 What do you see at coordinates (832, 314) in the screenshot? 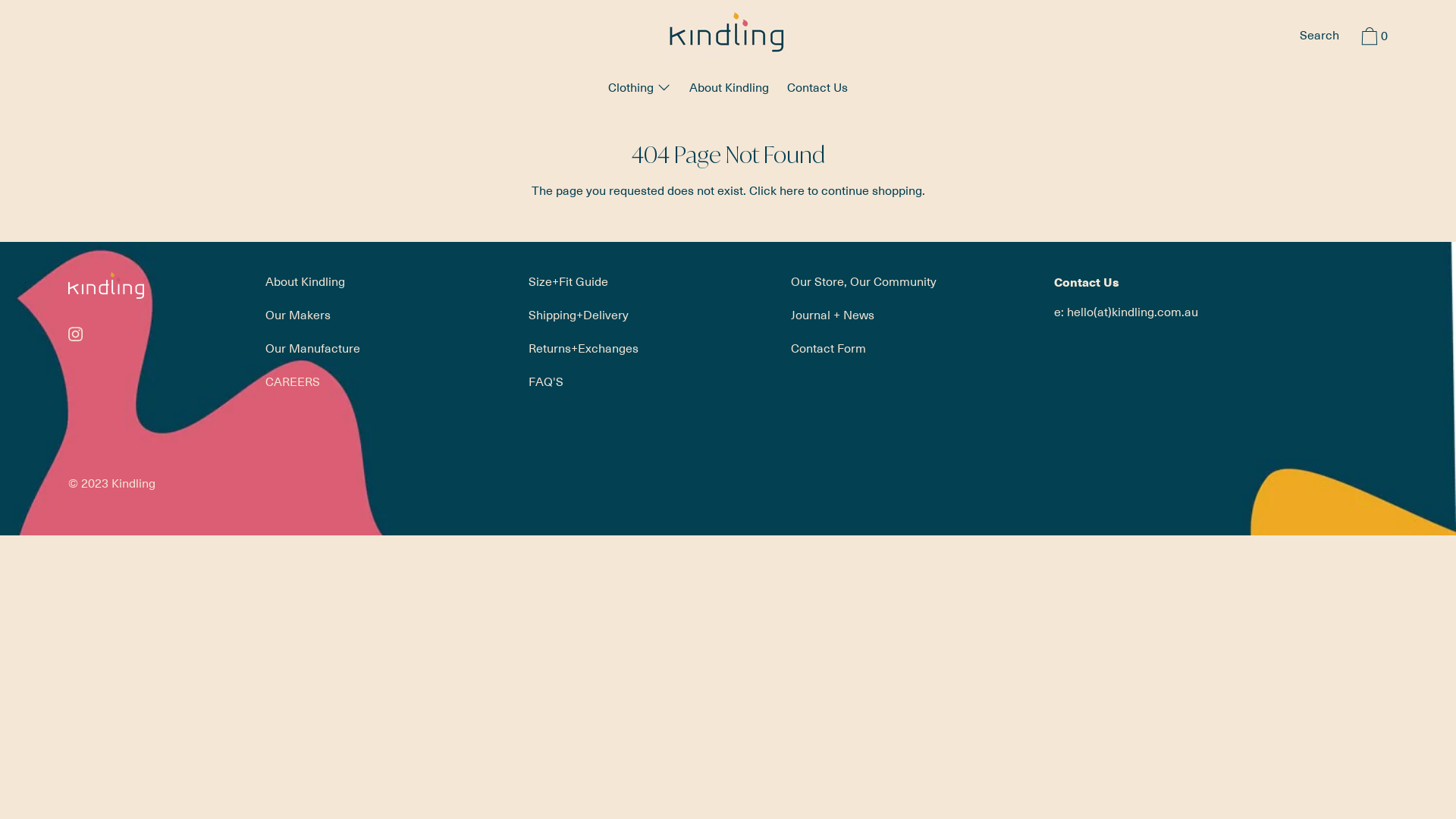
I see `'Journal + News'` at bounding box center [832, 314].